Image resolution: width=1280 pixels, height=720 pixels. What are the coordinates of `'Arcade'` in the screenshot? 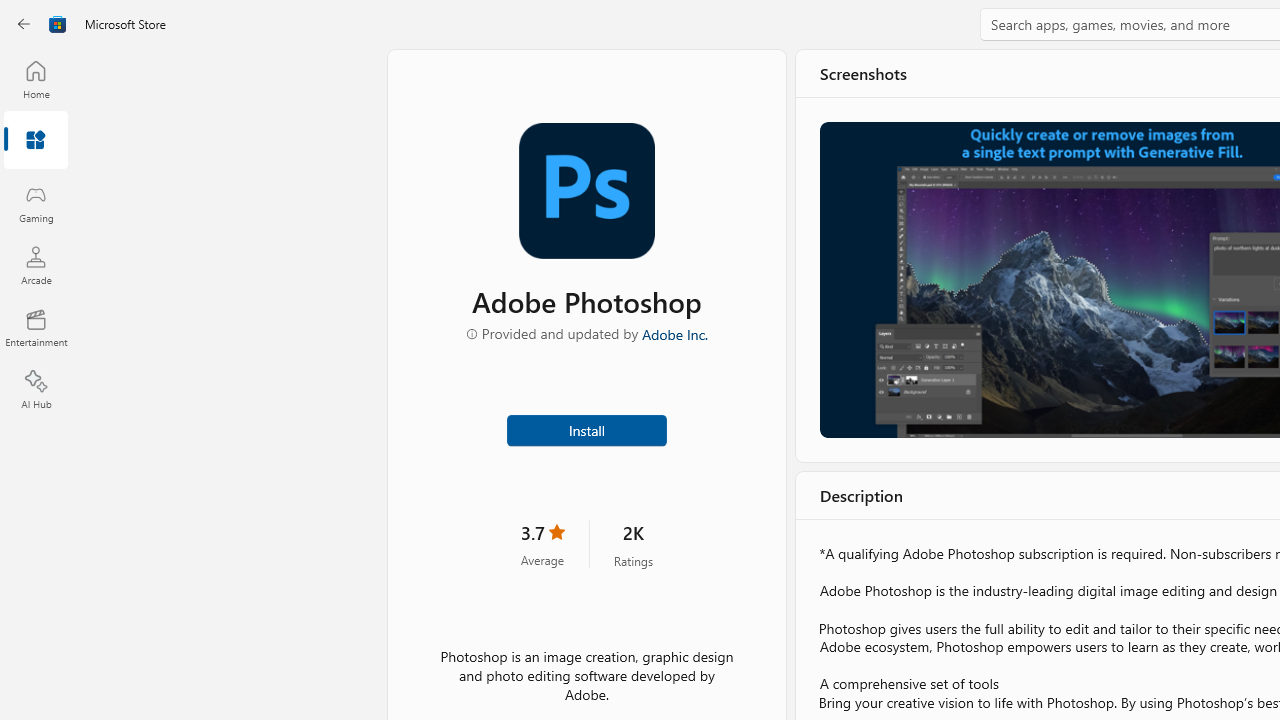 It's located at (35, 264).